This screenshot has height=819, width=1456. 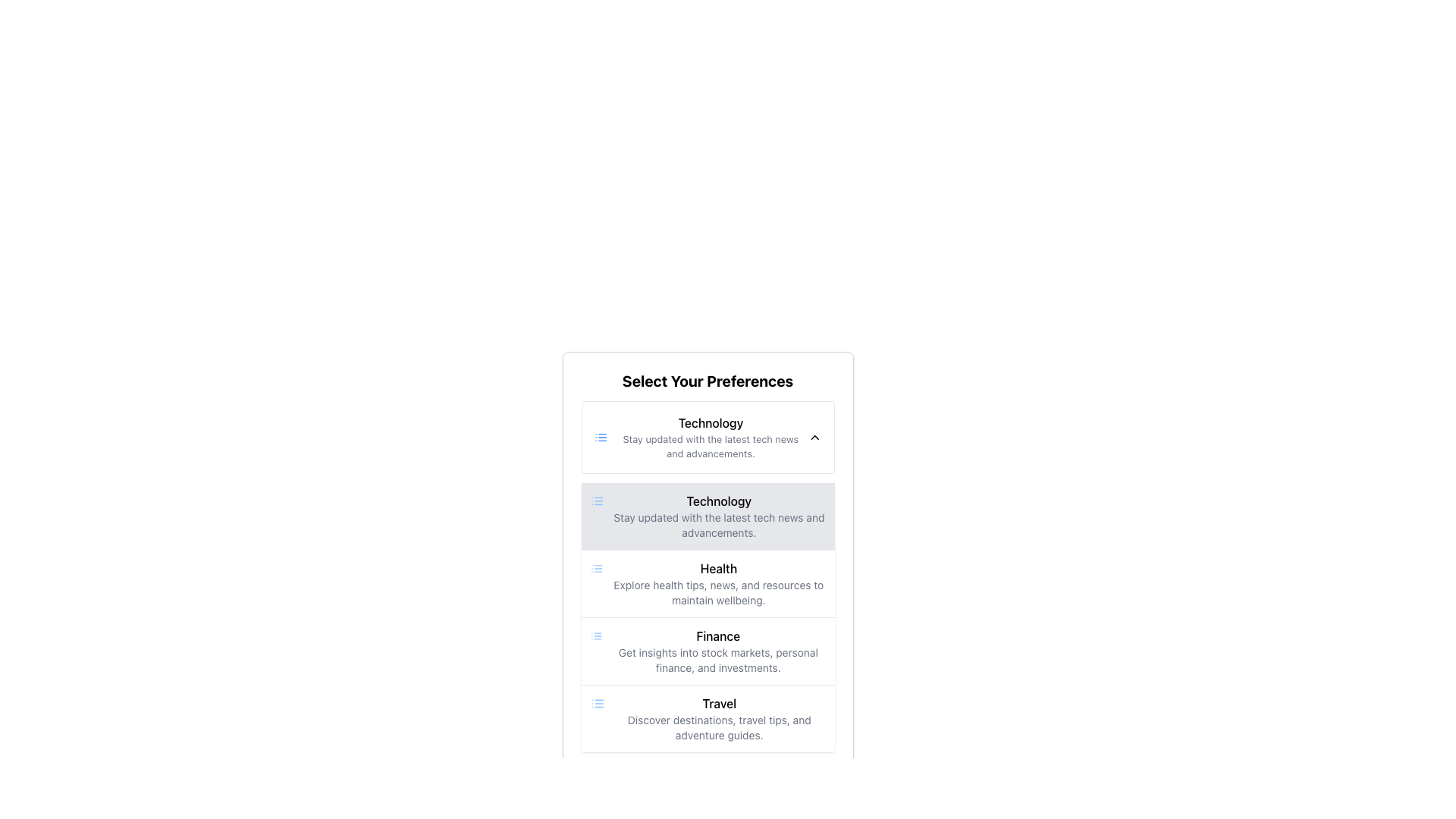 I want to click on the text label providing a brief description of the 'Technology' category, located just below the 'Technology' heading, so click(x=718, y=525).